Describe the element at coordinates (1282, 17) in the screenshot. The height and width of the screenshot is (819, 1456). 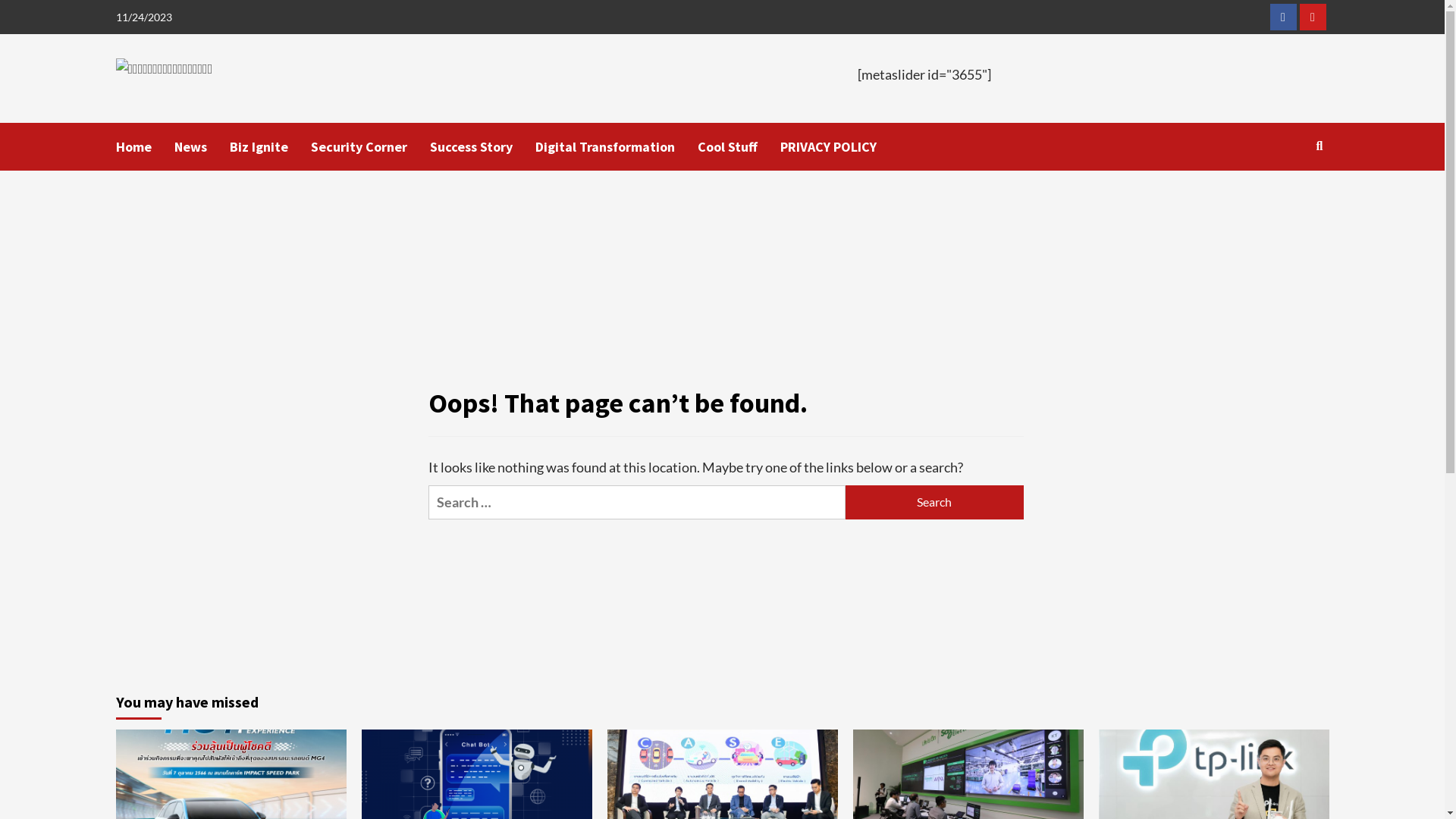
I see `'Facebook'` at that location.